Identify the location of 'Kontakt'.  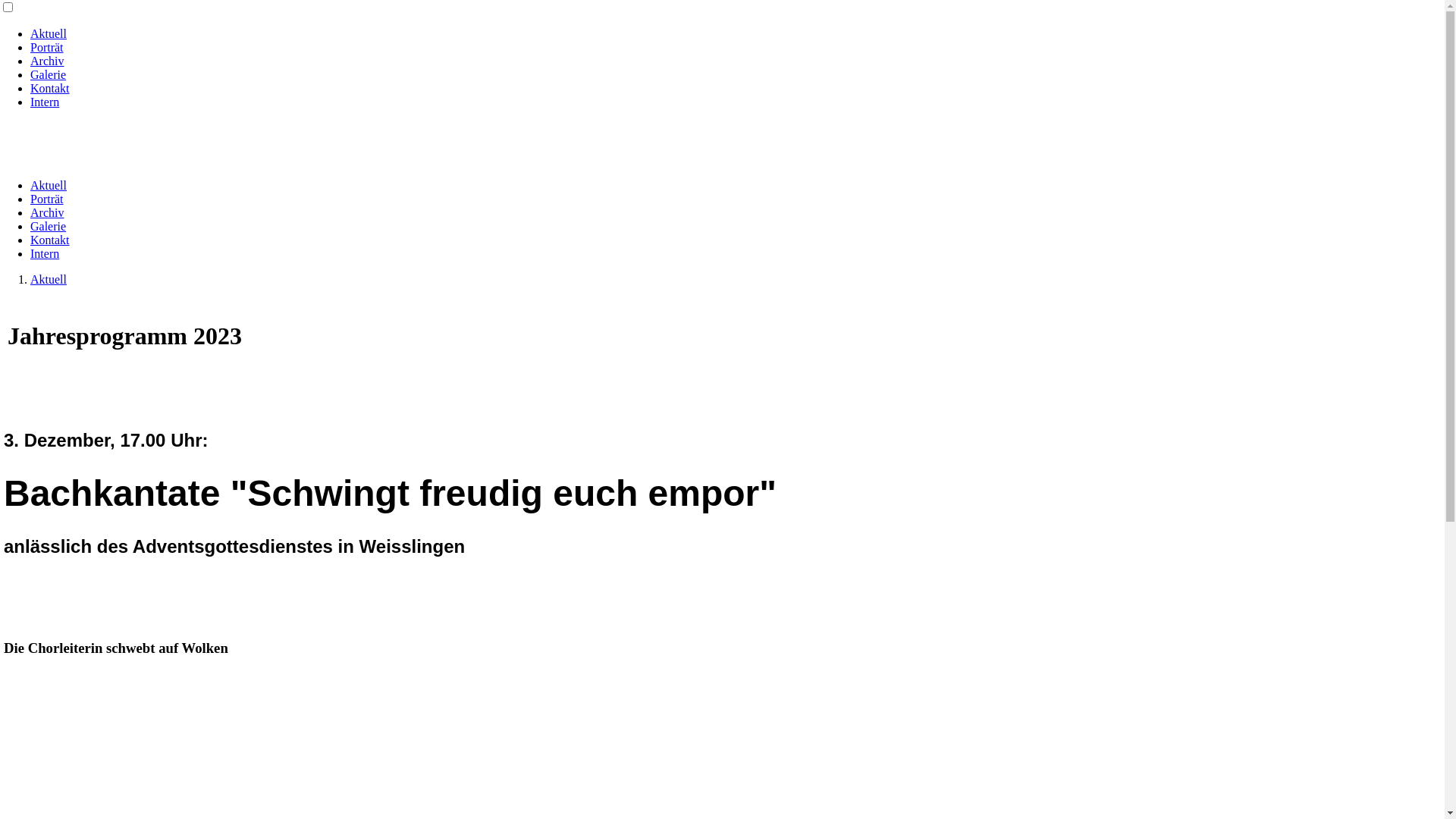
(50, 239).